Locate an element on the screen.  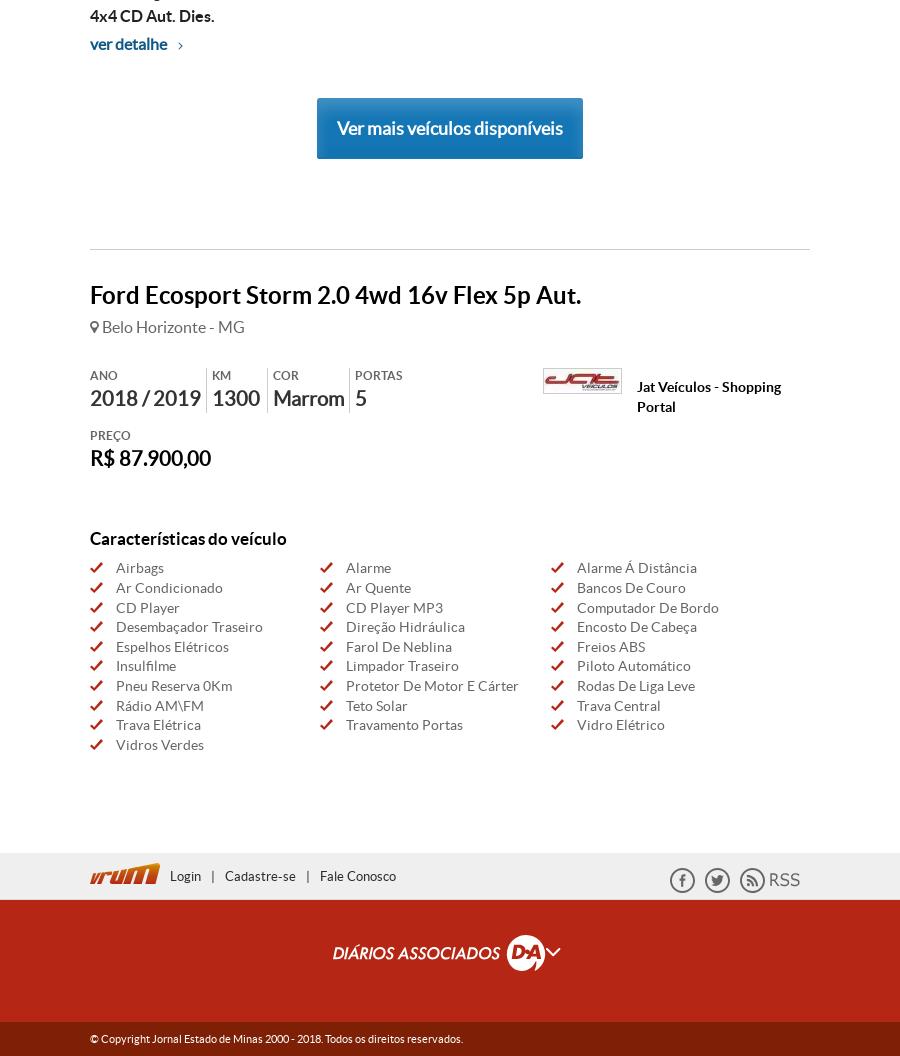
'R$ 87.900,00' is located at coordinates (150, 457).